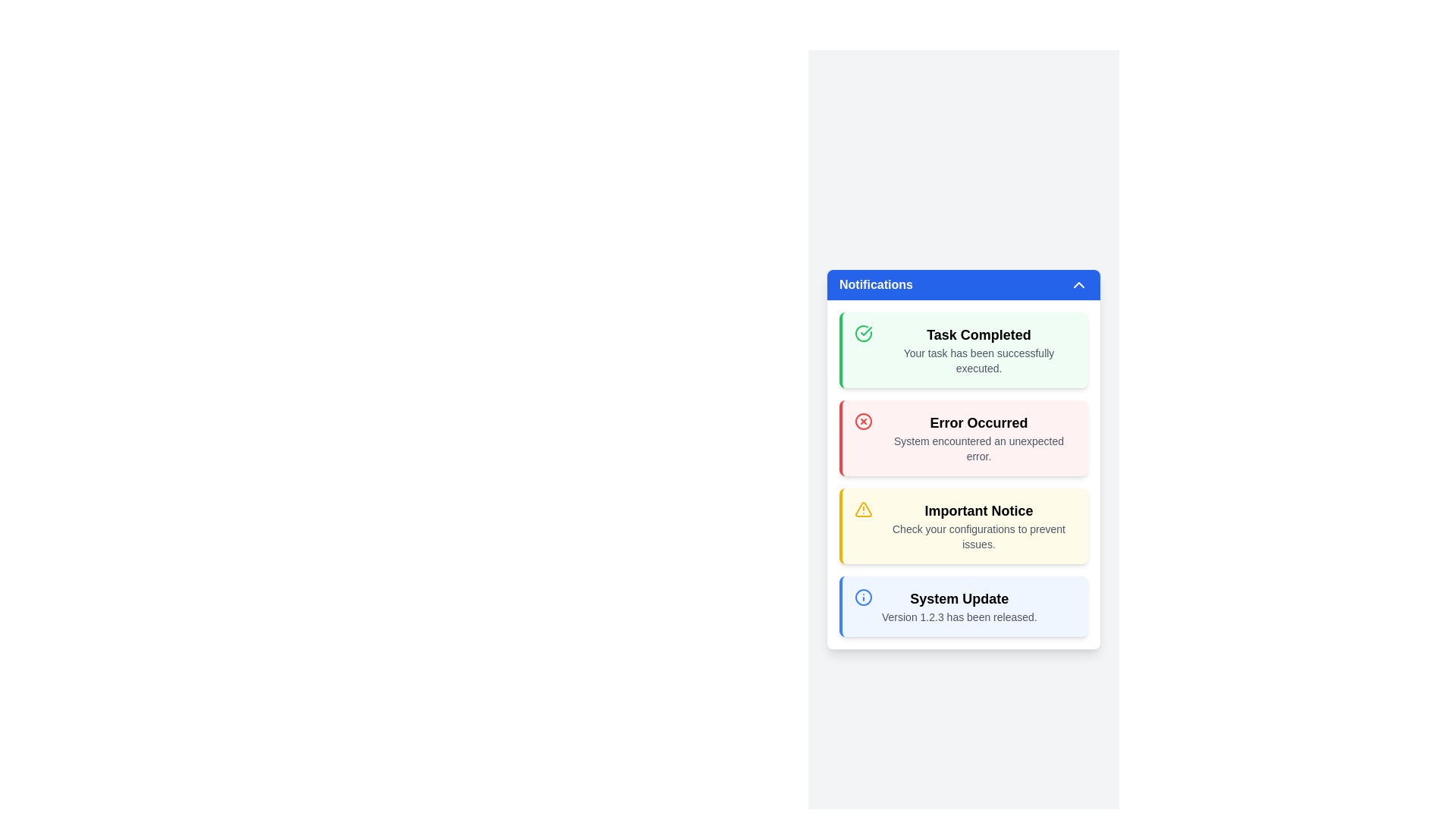  I want to click on the 'Notifications' label that is styled in bold white font within a blue rectangular area at the top of the section, so click(876, 284).